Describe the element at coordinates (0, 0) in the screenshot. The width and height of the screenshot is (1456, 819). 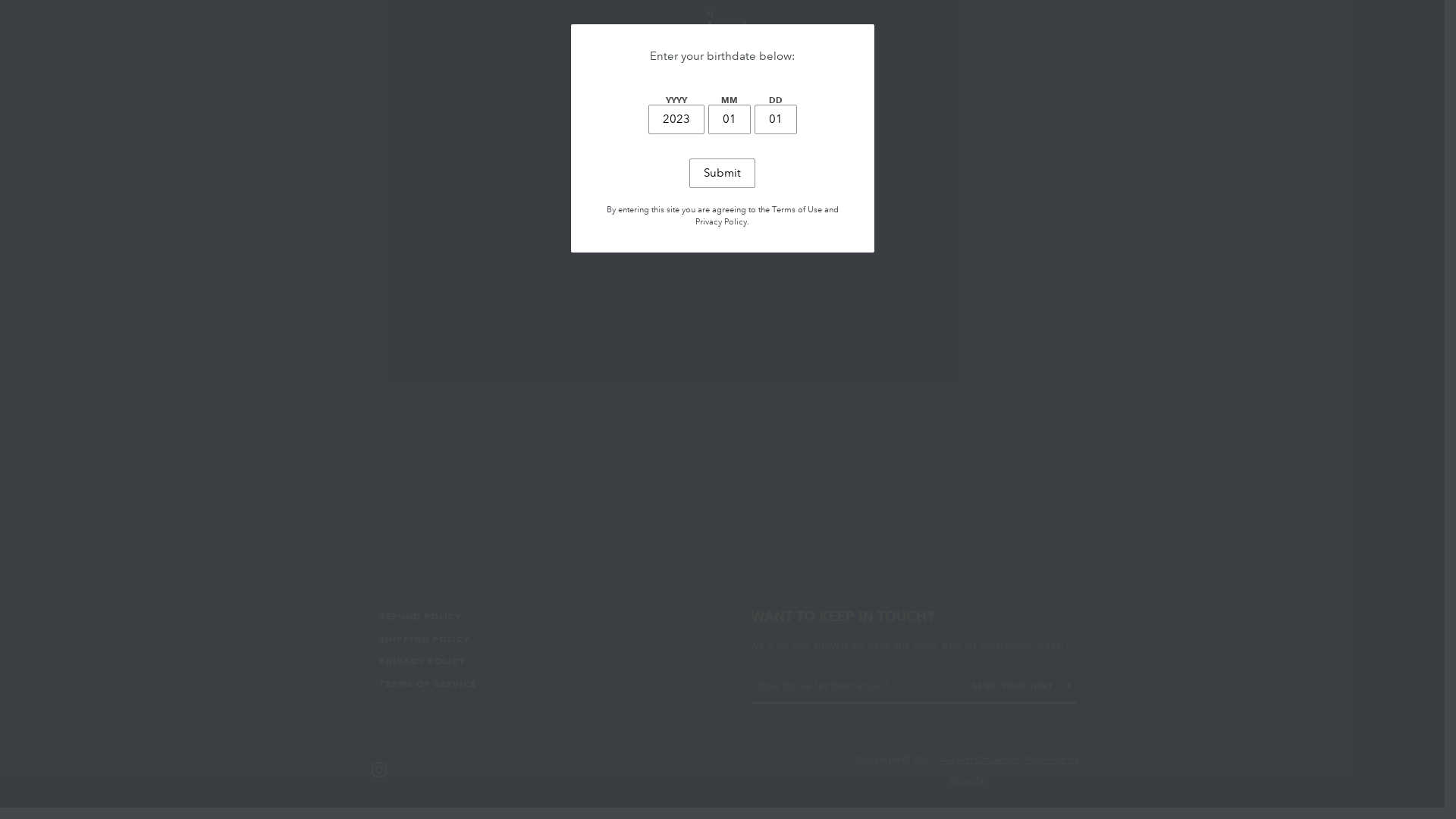
I see `'Skip to content'` at that location.